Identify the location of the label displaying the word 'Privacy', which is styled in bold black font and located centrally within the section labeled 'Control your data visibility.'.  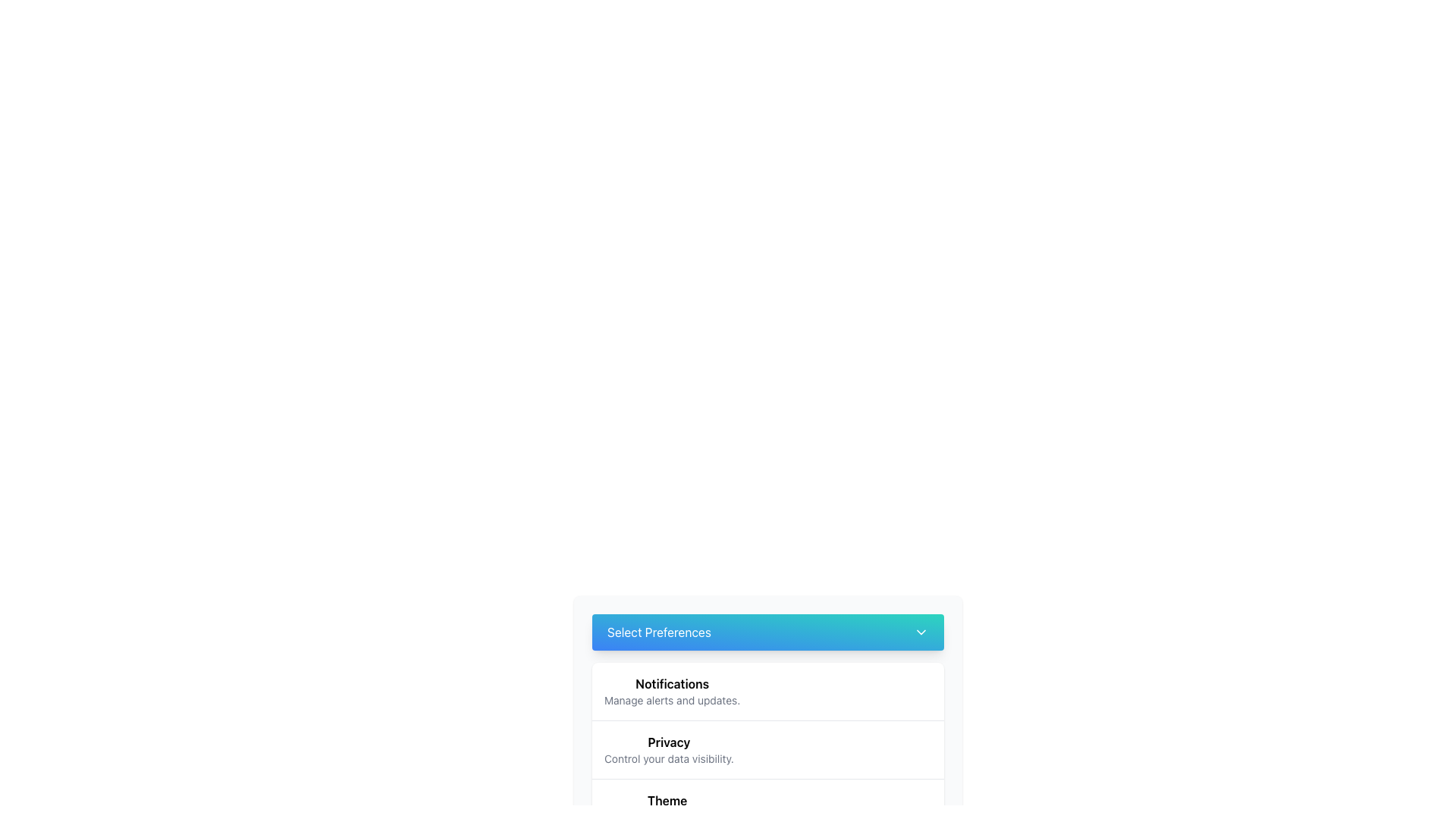
(668, 742).